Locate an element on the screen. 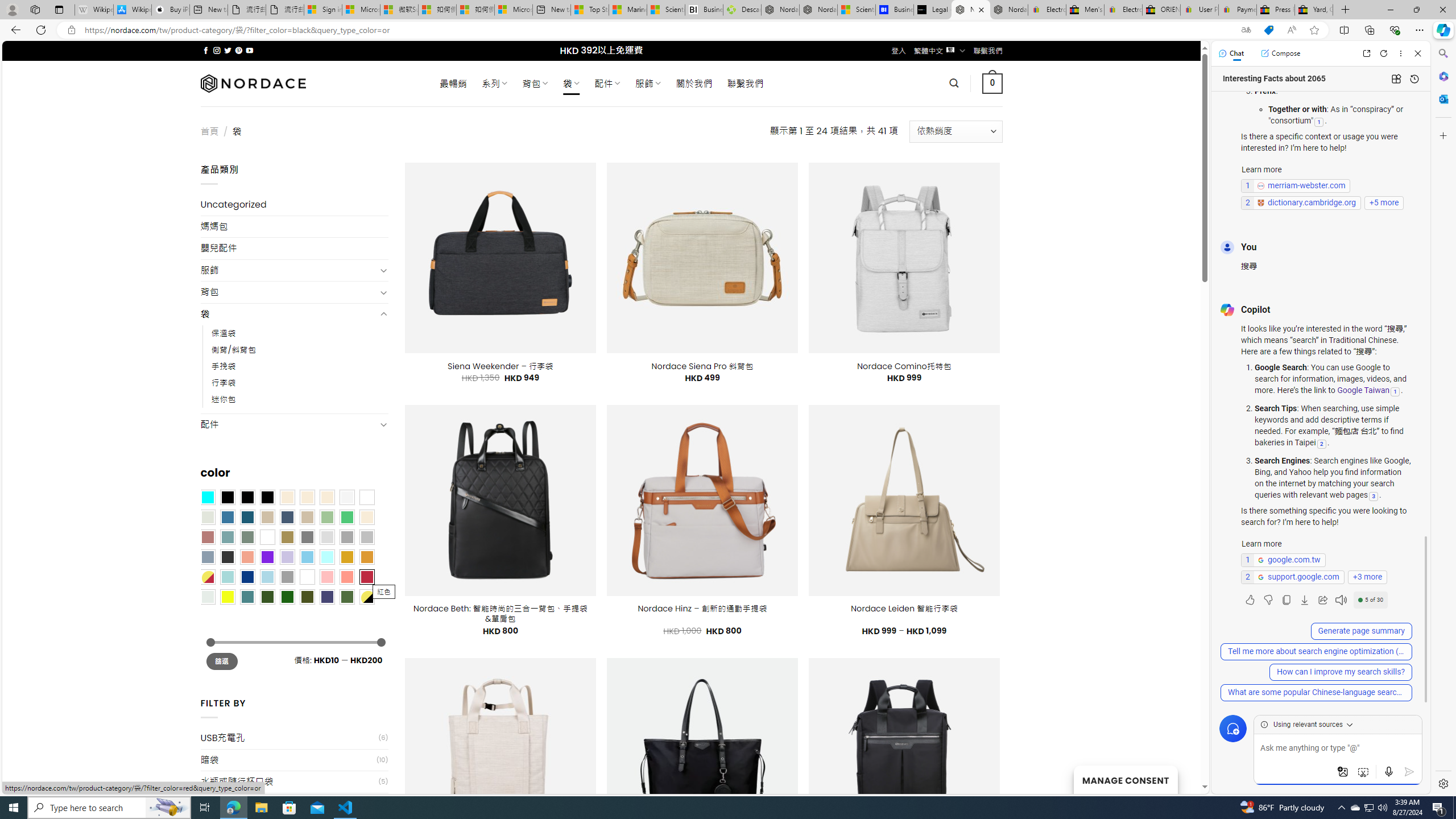 Image resolution: width=1456 pixels, height=819 pixels. 'Follow on Twitter' is located at coordinates (227, 50).